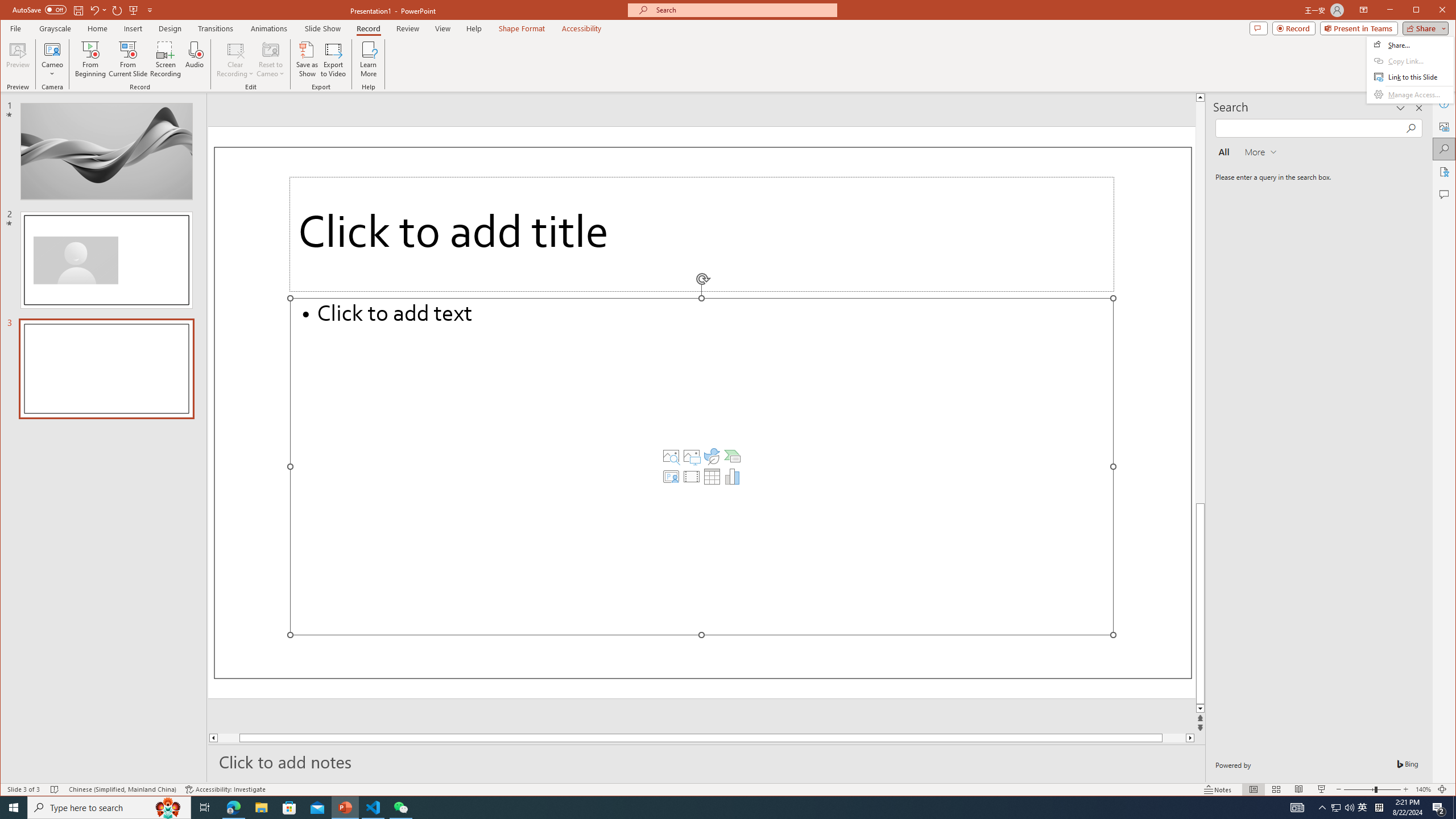 This screenshot has width=1456, height=819. What do you see at coordinates (712, 456) in the screenshot?
I see `'Insert an Icon'` at bounding box center [712, 456].